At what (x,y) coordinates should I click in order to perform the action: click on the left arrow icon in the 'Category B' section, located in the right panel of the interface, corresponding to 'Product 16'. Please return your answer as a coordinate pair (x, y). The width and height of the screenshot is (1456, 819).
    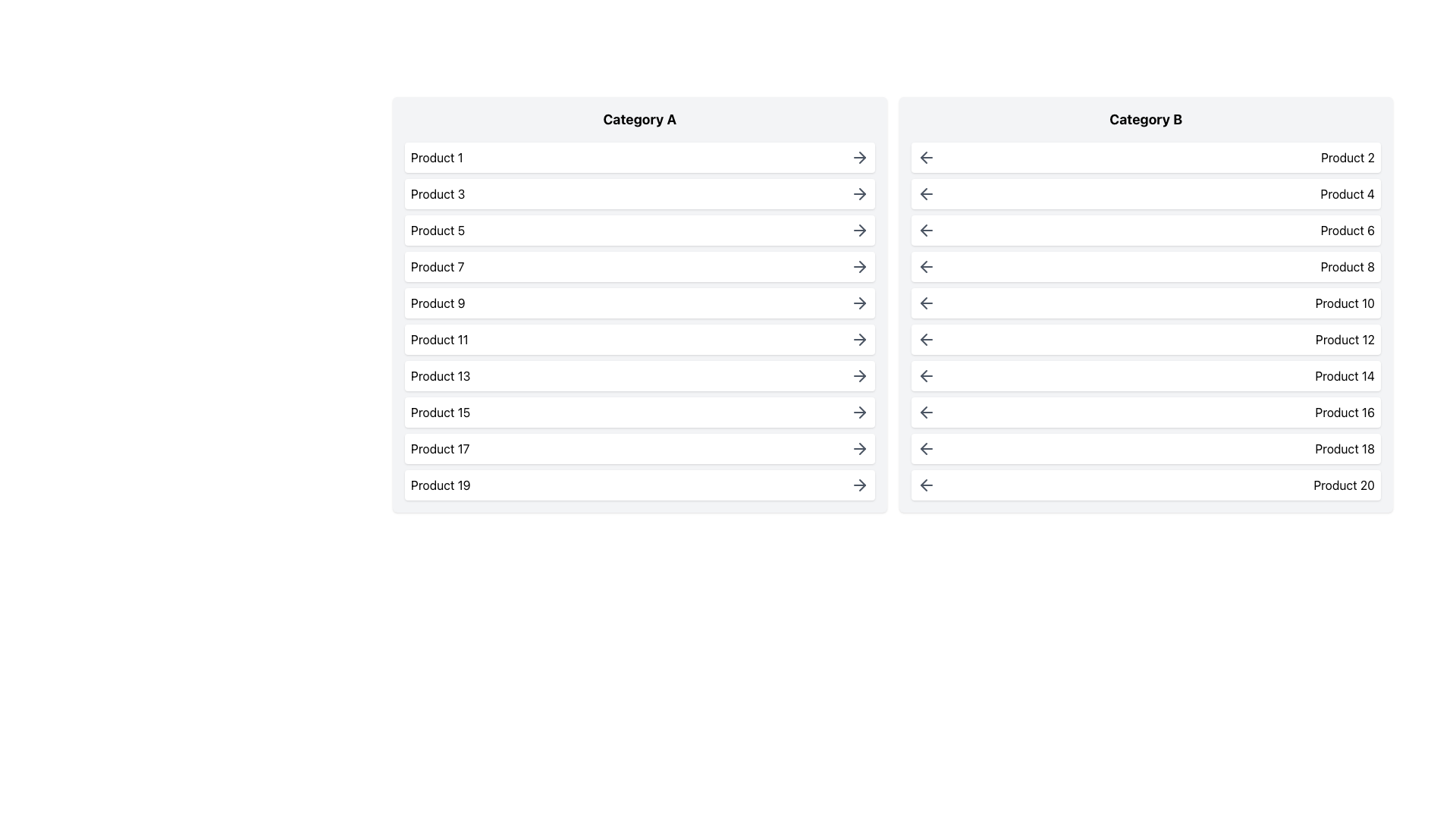
    Looking at the image, I should click on (923, 412).